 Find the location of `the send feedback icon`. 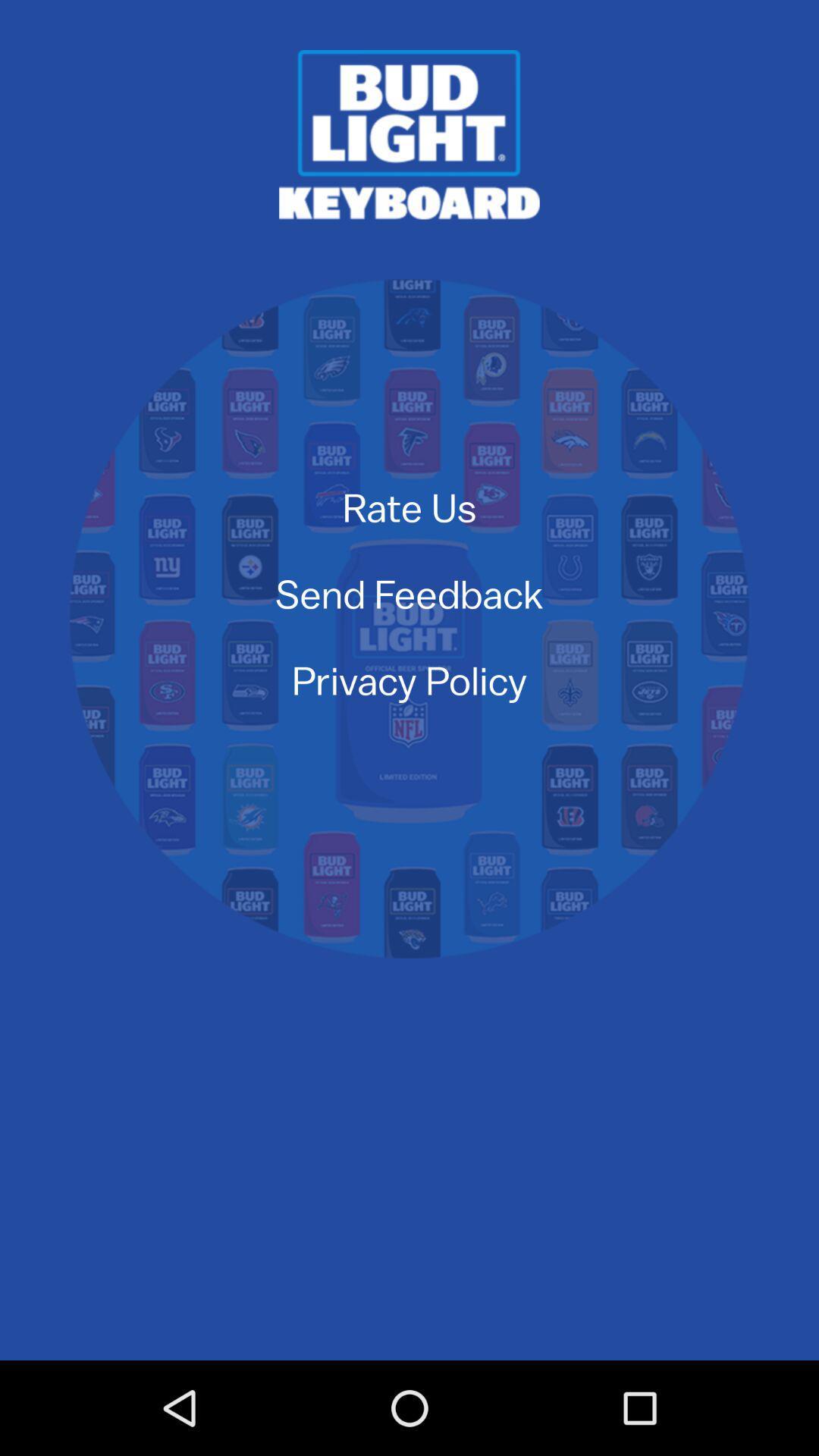

the send feedback icon is located at coordinates (409, 592).